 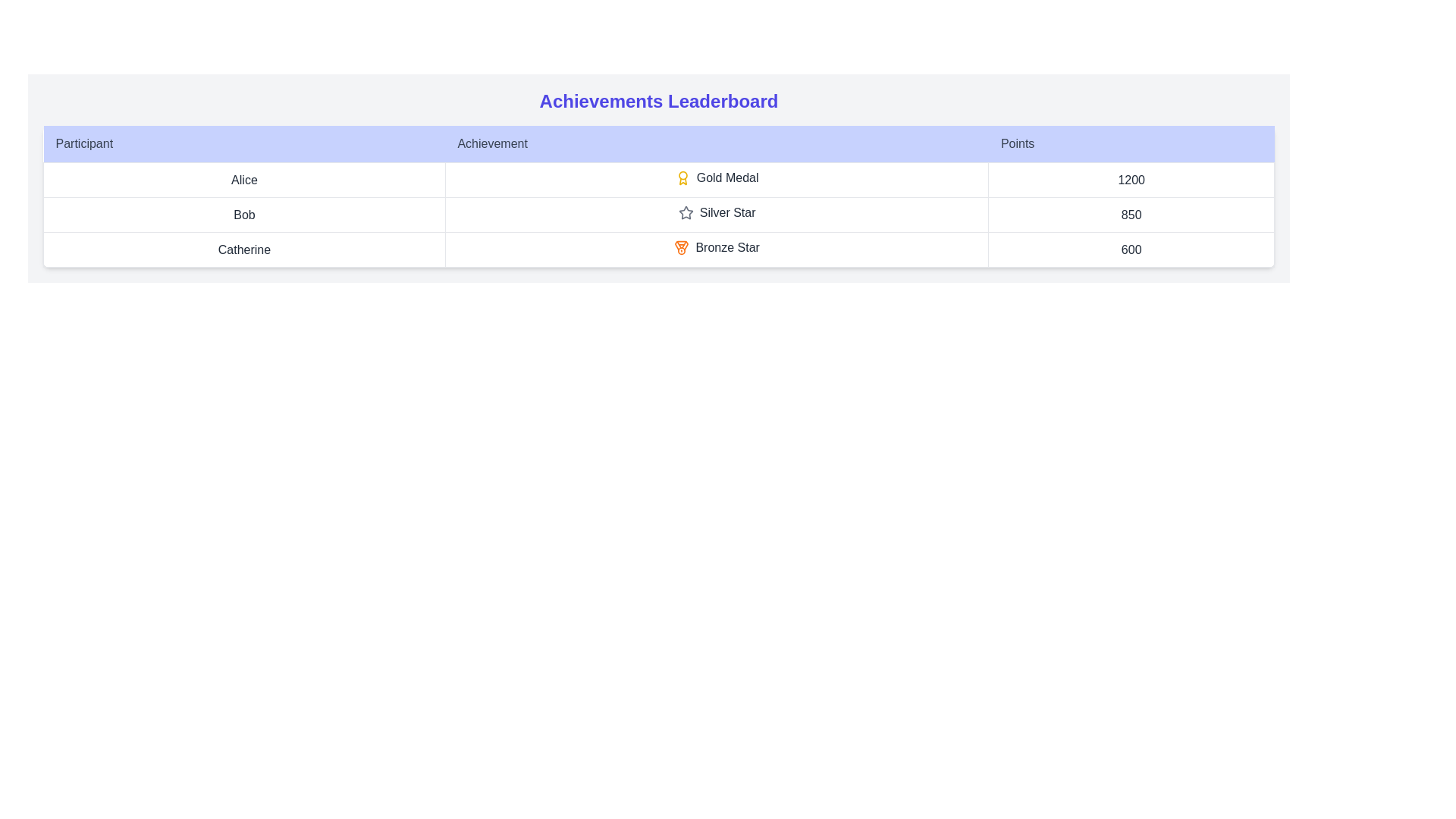 What do you see at coordinates (681, 245) in the screenshot?
I see `the triangular orange component of the medal icon located in the 'Achievement' column of the first row in the leaderboard table` at bounding box center [681, 245].